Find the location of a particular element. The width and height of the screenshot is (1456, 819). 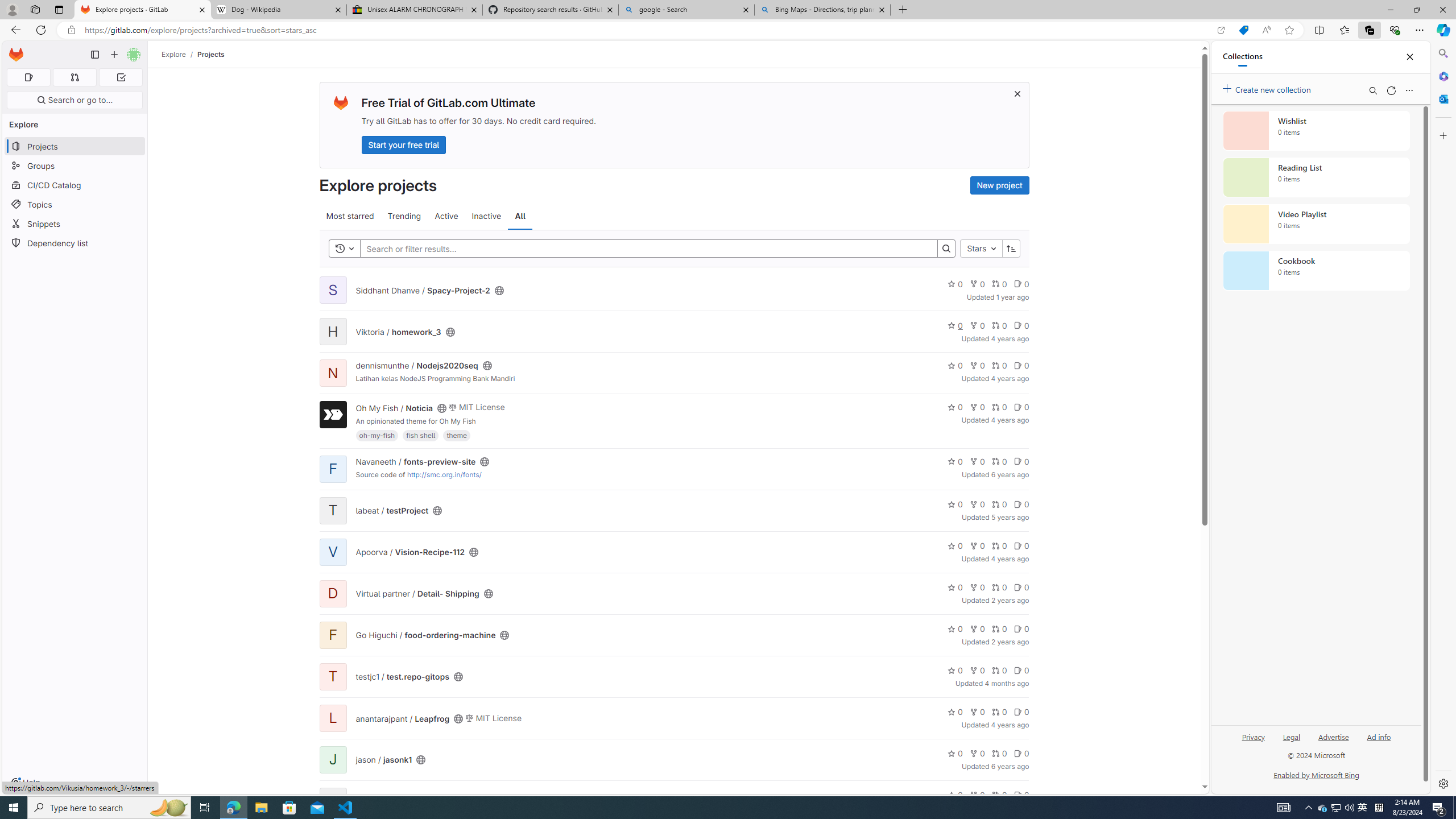

'VApoorva / Vision-Recipe-1120000Updated 4 years ago' is located at coordinates (674, 552).